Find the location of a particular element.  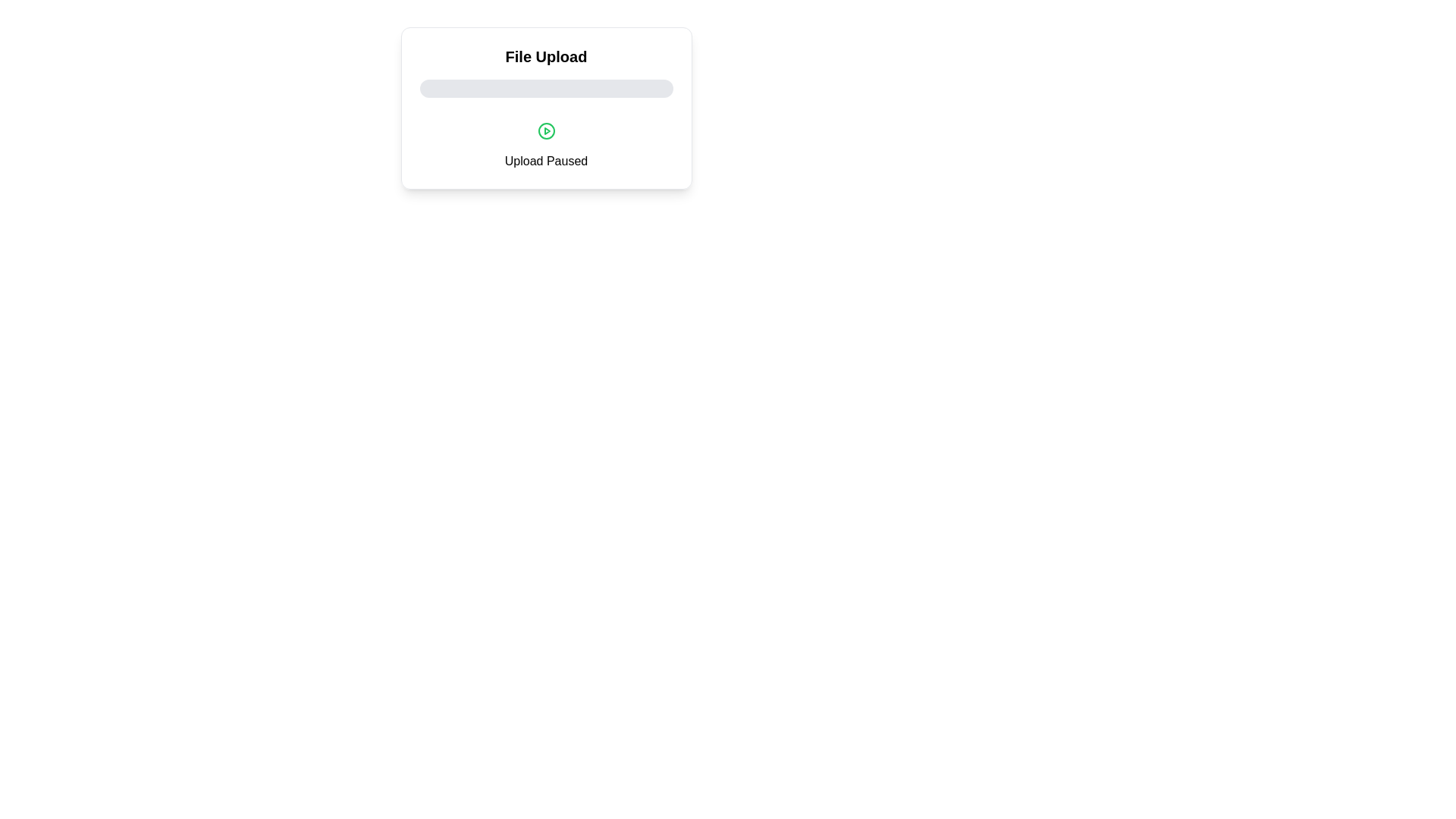

the play icon button located between the progress bar and the 'Upload Paused' text is located at coordinates (546, 130).